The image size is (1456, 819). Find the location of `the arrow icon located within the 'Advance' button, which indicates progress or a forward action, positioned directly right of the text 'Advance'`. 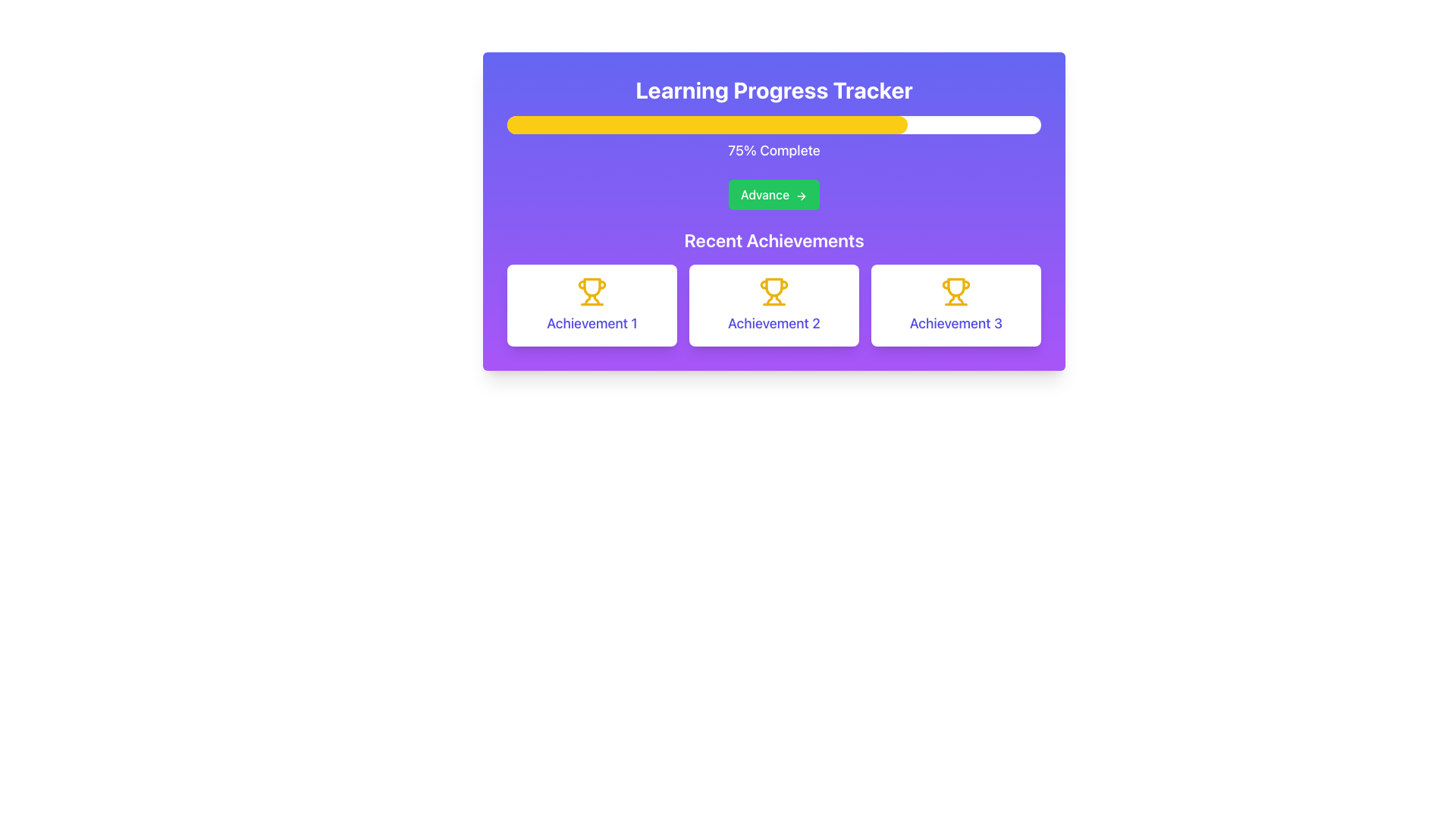

the arrow icon located within the 'Advance' button, which indicates progress or a forward action, positioned directly right of the text 'Advance' is located at coordinates (800, 195).